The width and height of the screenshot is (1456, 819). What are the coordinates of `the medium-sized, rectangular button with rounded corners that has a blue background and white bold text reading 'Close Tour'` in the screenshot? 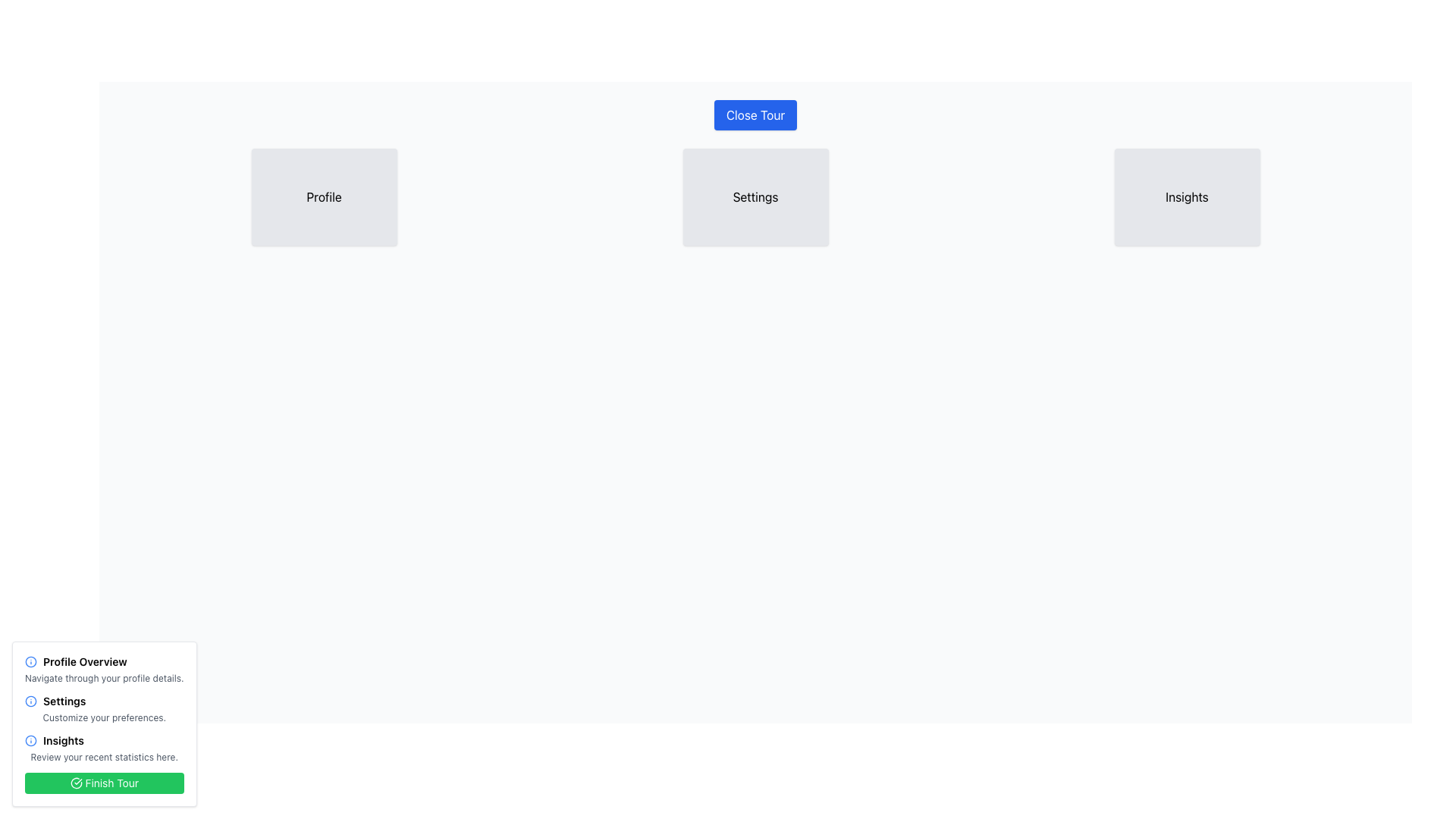 It's located at (755, 114).